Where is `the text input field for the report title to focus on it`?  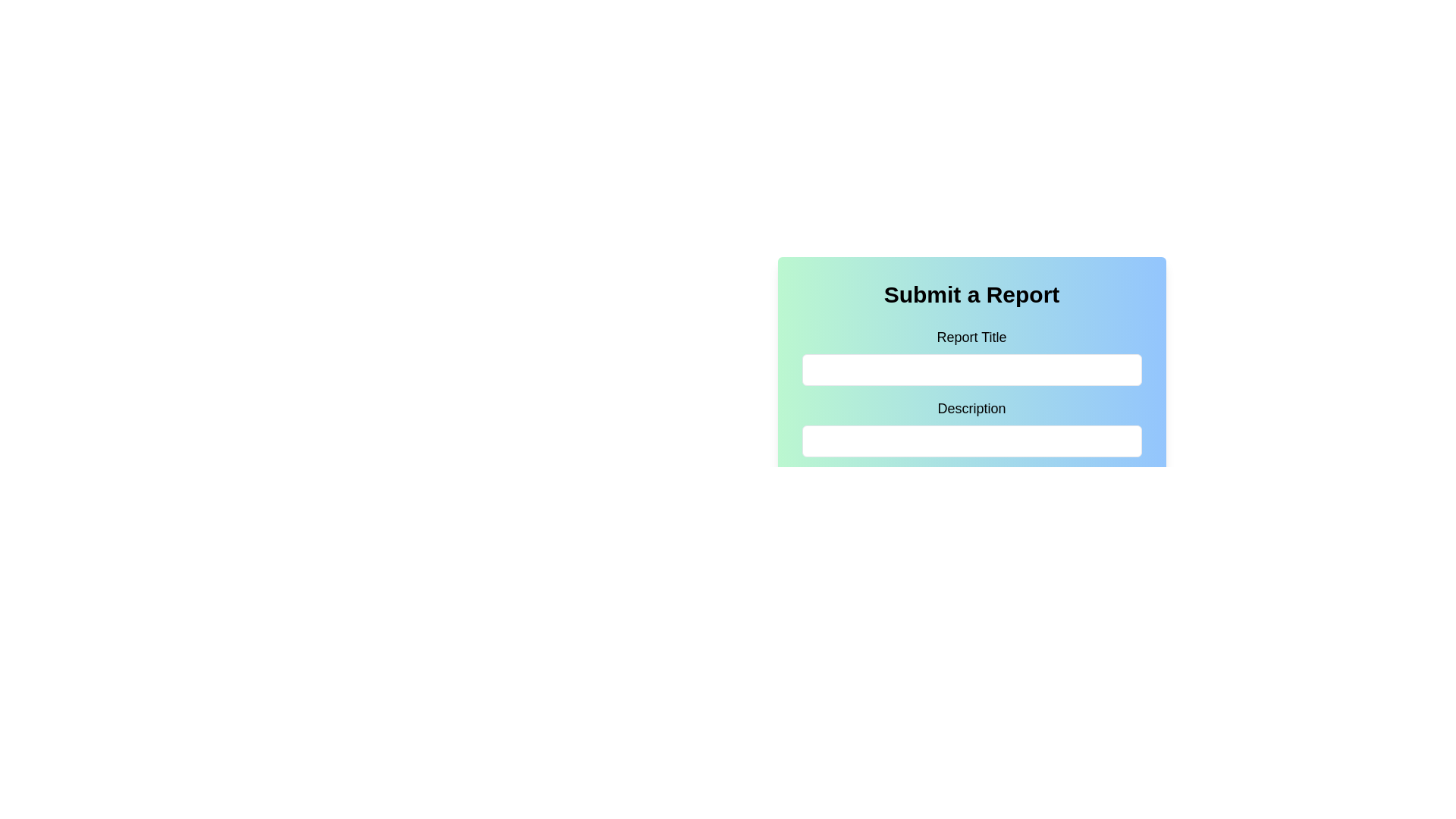
the text input field for the report title to focus on it is located at coordinates (971, 356).